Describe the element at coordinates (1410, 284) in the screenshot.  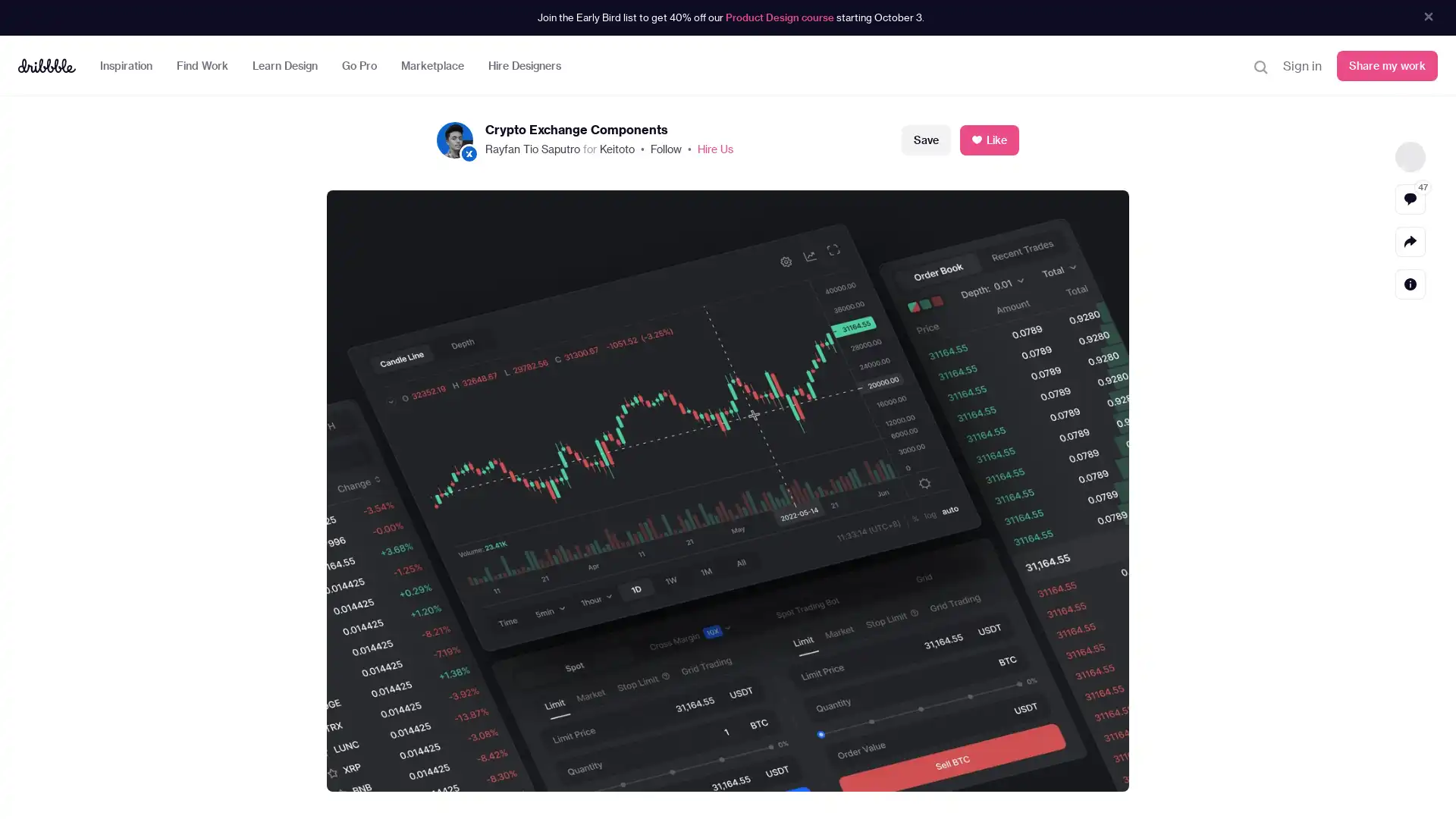
I see `Detail actions` at that location.